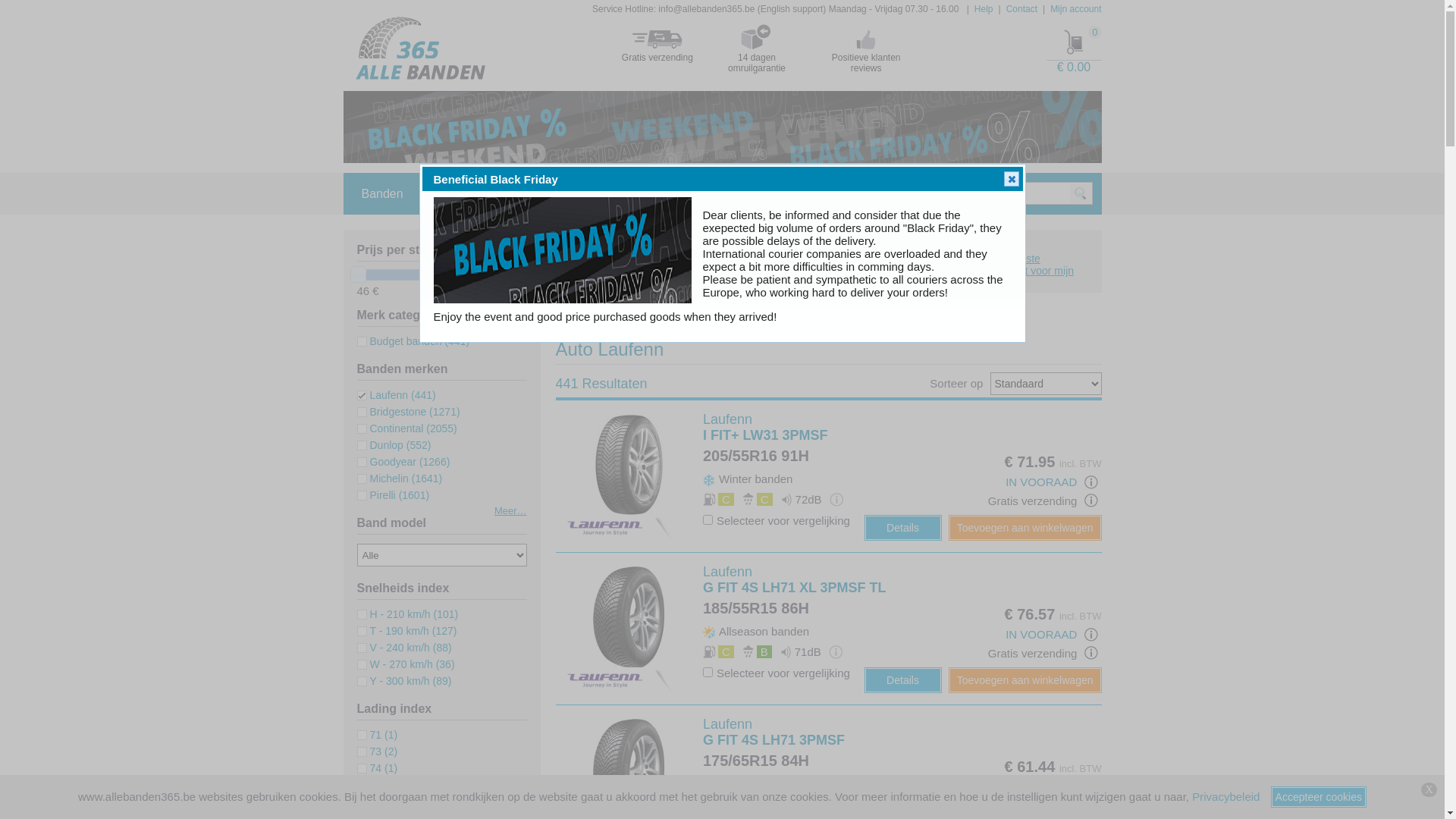 Image resolution: width=1456 pixels, height=819 pixels. I want to click on 'Contact', so click(1021, 8).